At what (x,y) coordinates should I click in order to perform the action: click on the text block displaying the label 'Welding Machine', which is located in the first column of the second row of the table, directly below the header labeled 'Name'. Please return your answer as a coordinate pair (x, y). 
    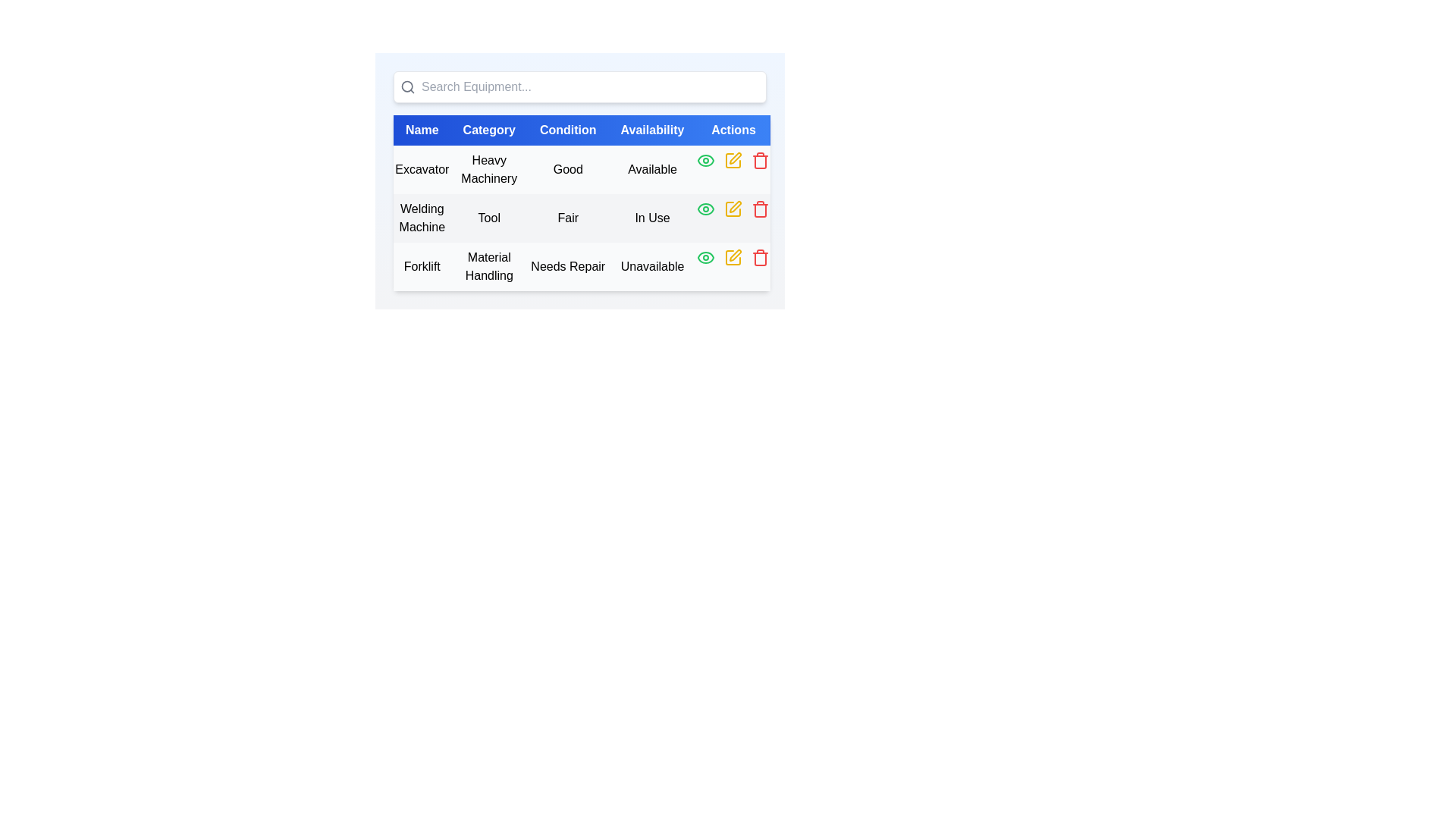
    Looking at the image, I should click on (422, 218).